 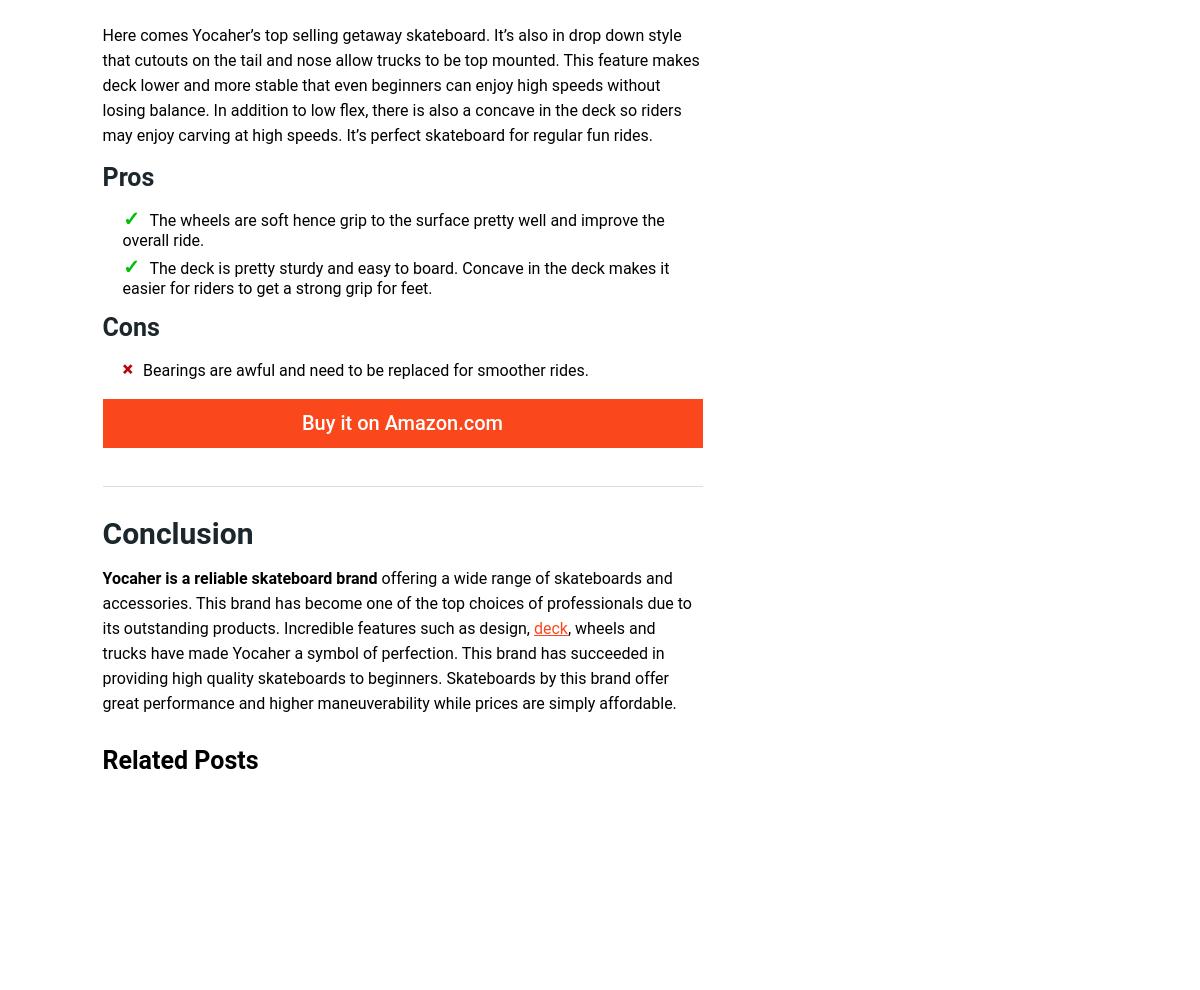 I want to click on 'Buy it on Amazon.com', so click(x=300, y=422).